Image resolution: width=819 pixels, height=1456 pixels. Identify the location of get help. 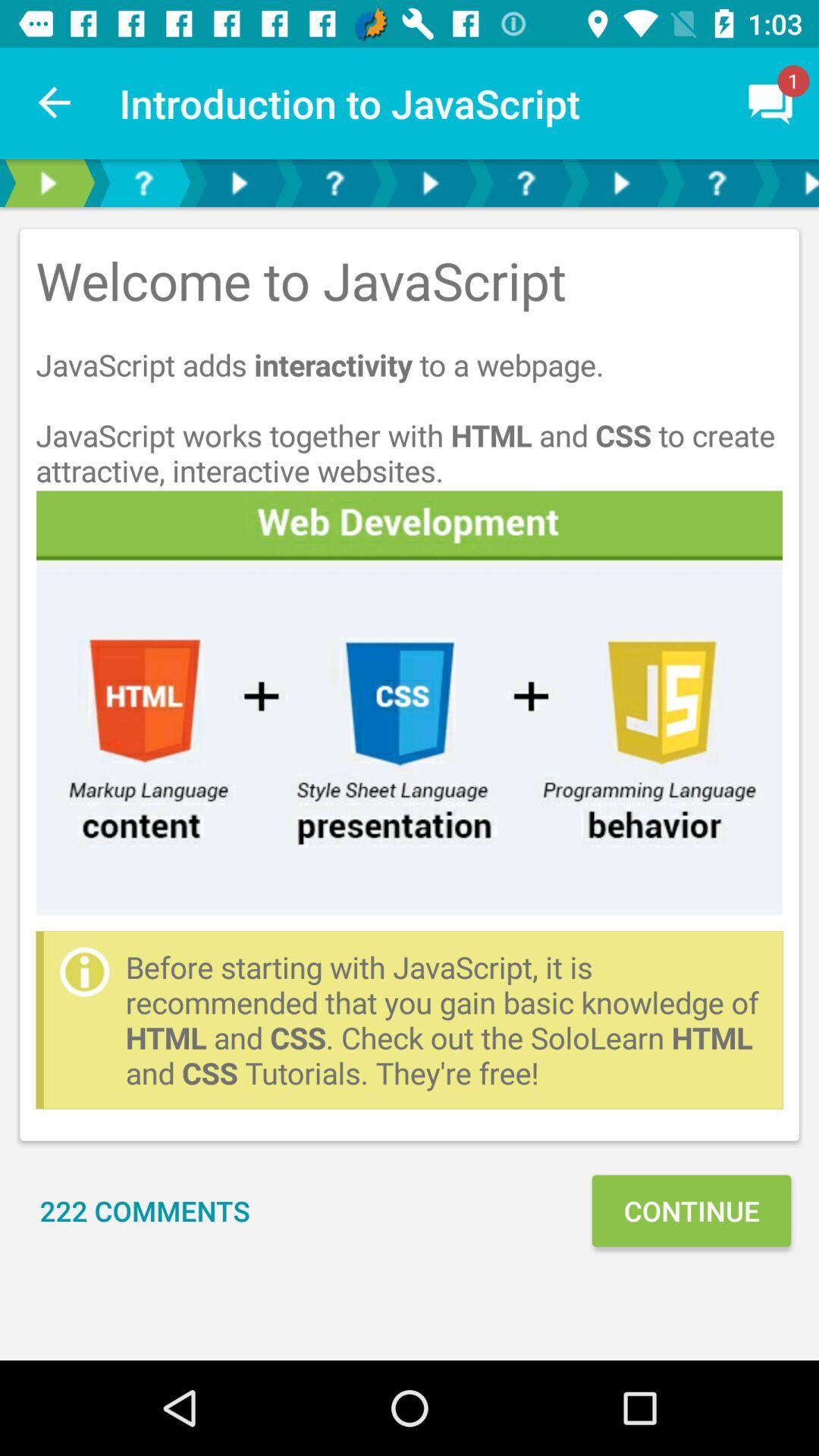
(333, 182).